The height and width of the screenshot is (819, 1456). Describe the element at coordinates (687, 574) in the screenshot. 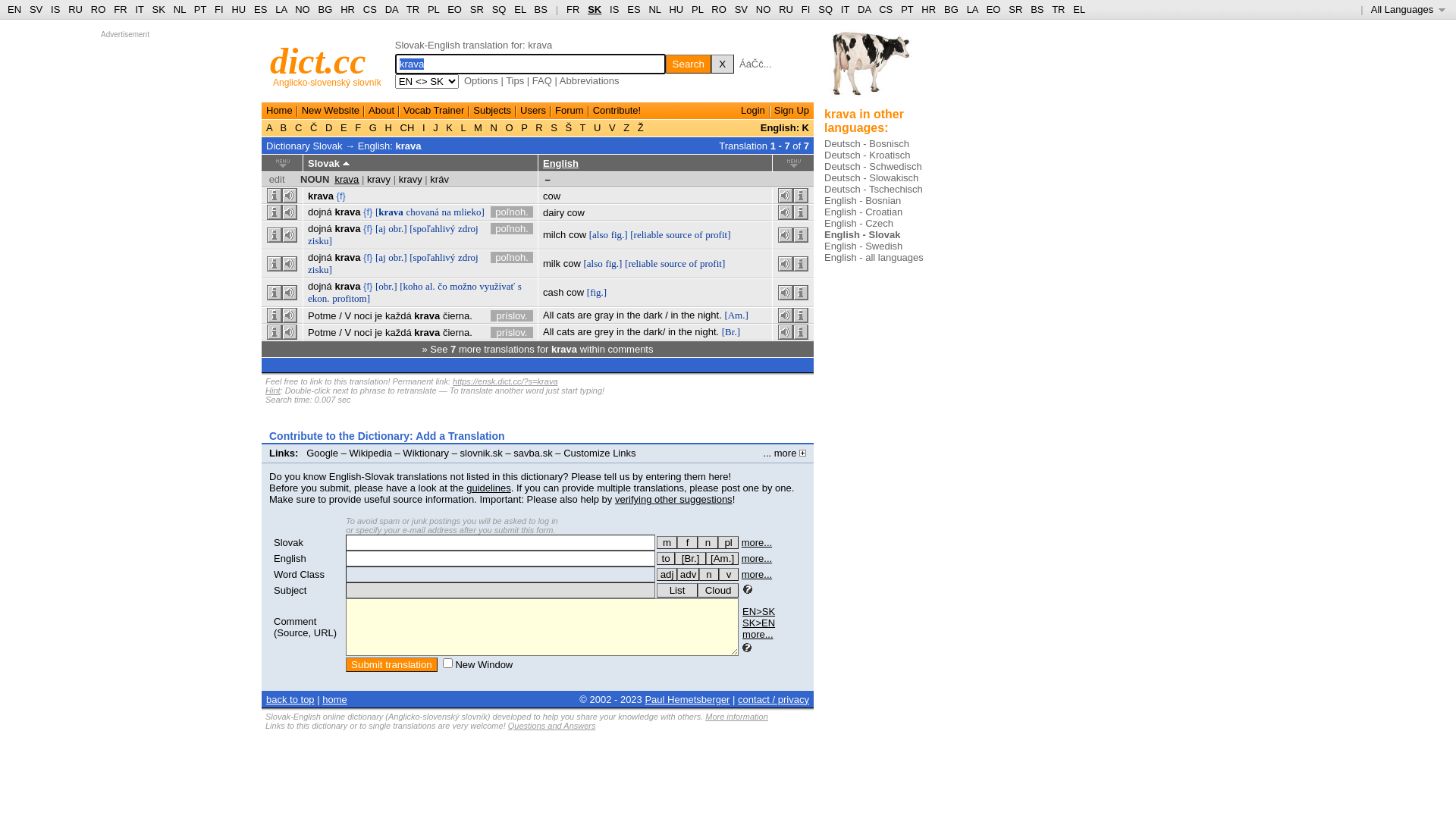

I see `'adv'` at that location.